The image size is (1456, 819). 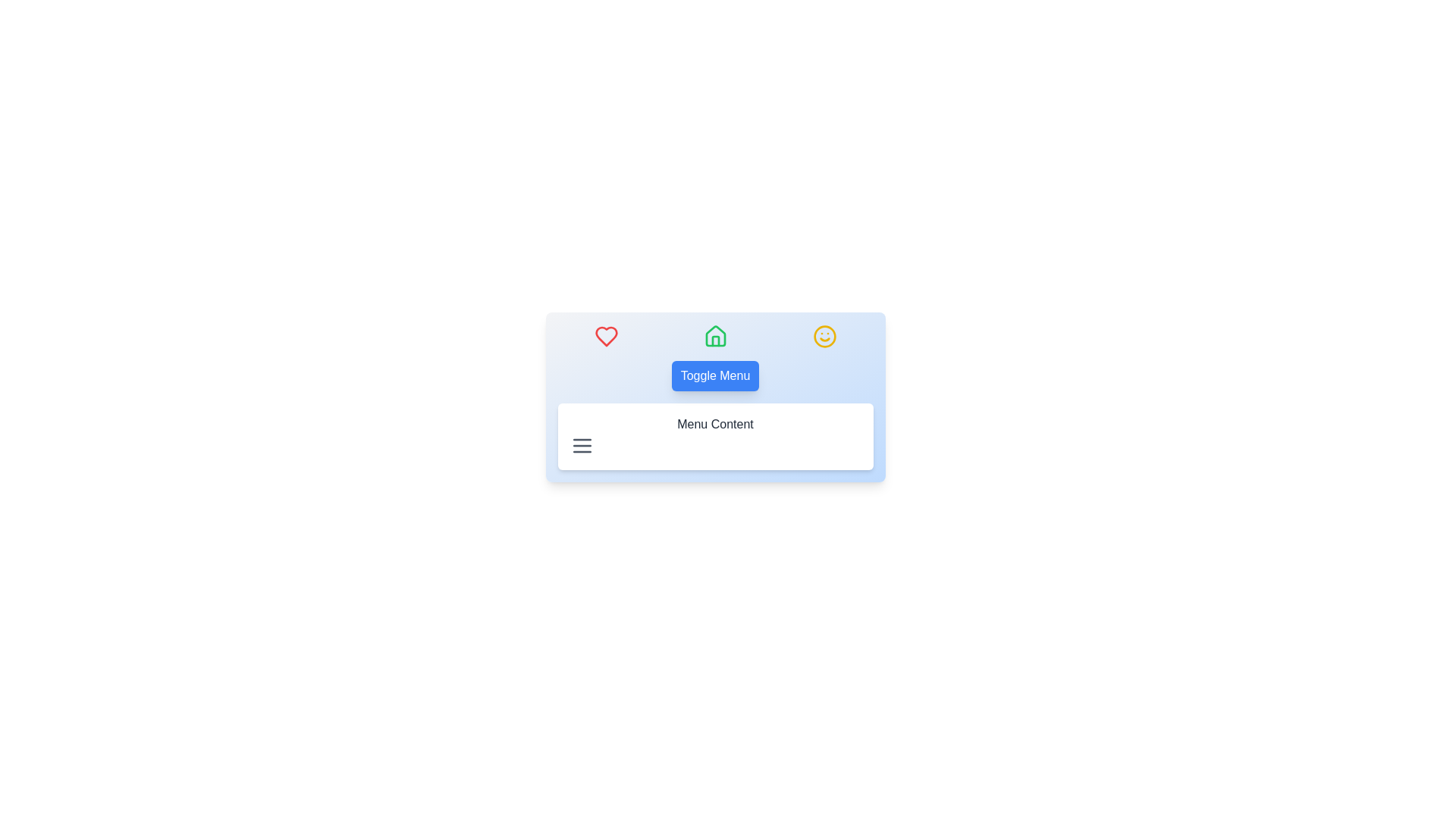 What do you see at coordinates (581, 444) in the screenshot?
I see `the SVG Icon representing the menu, which is located to the left of the 'Menu Content' text and is part of the interface for navigation` at bounding box center [581, 444].